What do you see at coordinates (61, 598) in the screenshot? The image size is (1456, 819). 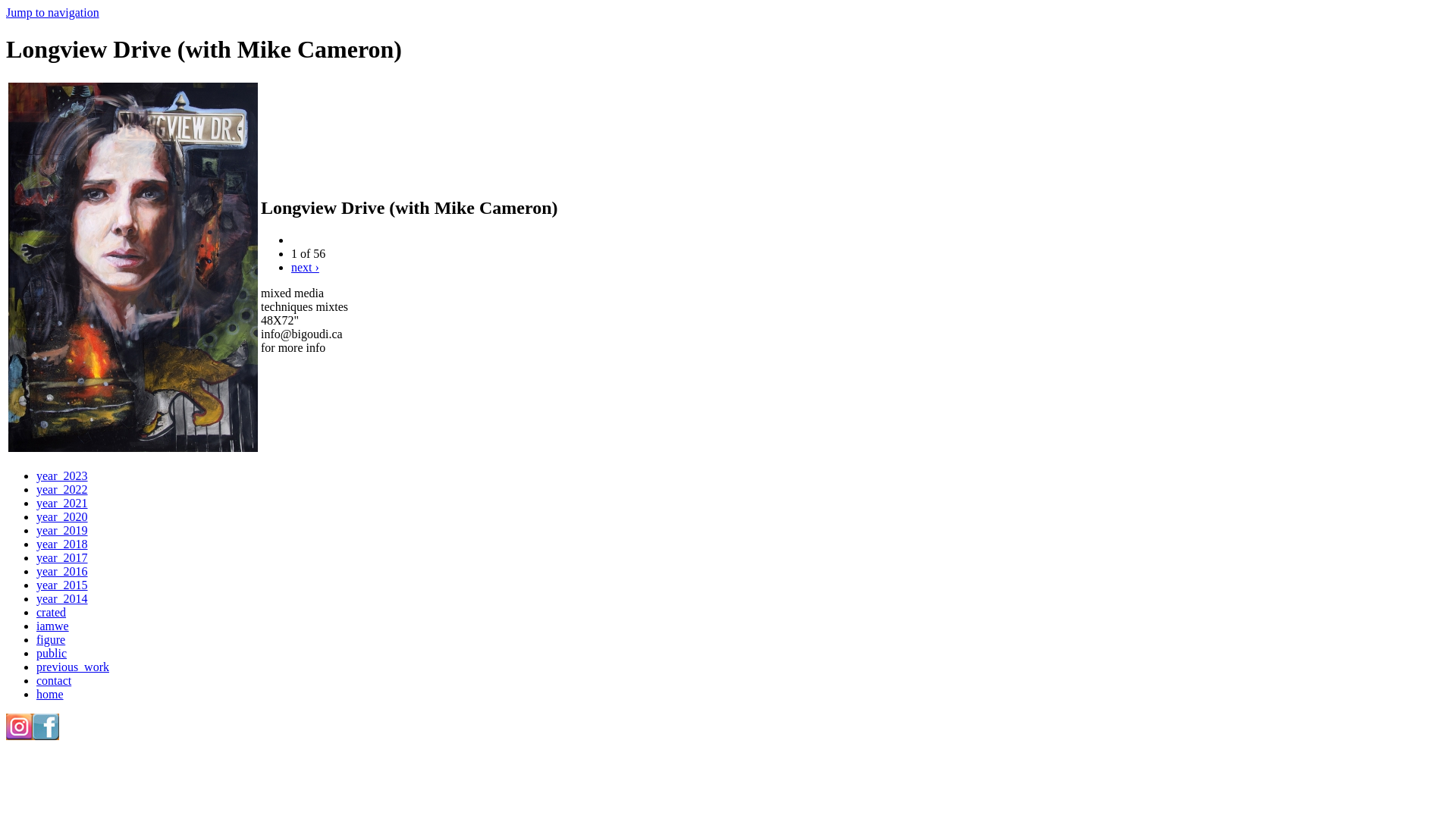 I see `'year_2014'` at bounding box center [61, 598].